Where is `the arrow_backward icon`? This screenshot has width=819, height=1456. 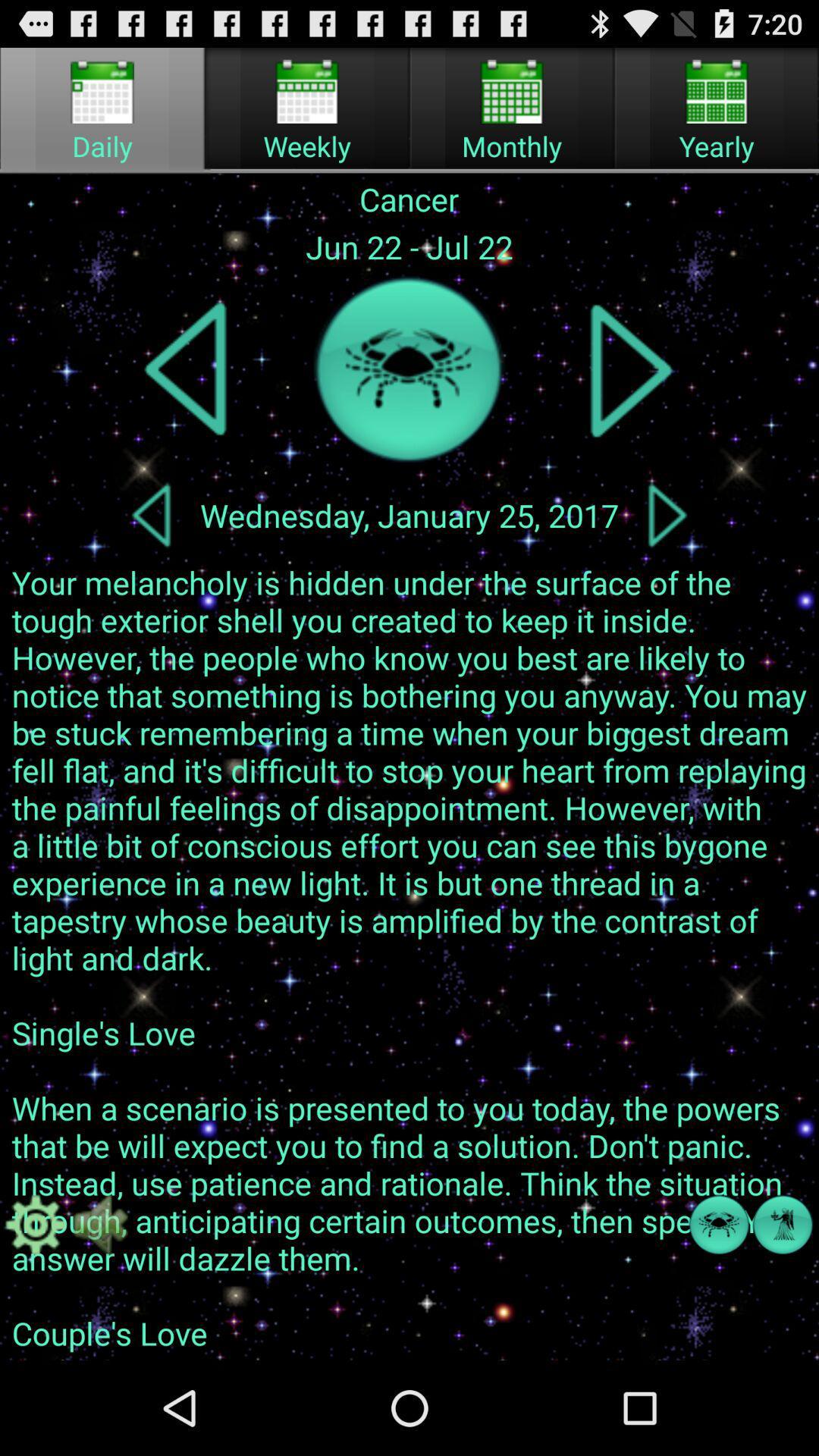
the arrow_backward icon is located at coordinates (187, 396).